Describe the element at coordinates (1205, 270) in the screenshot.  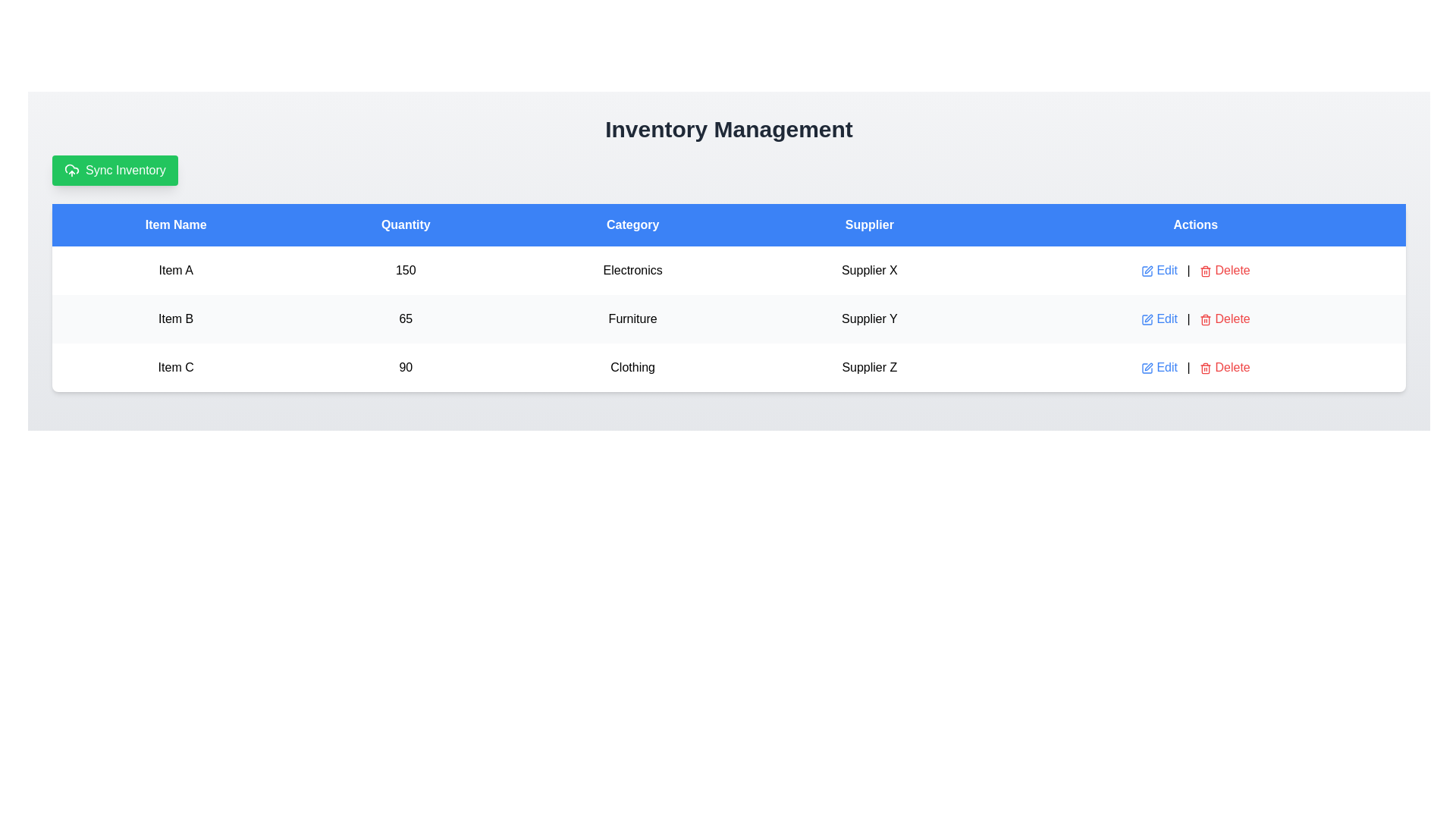
I see `the deletion icon located under the 'Actions' column next to the 'Delete' text for an item` at that location.